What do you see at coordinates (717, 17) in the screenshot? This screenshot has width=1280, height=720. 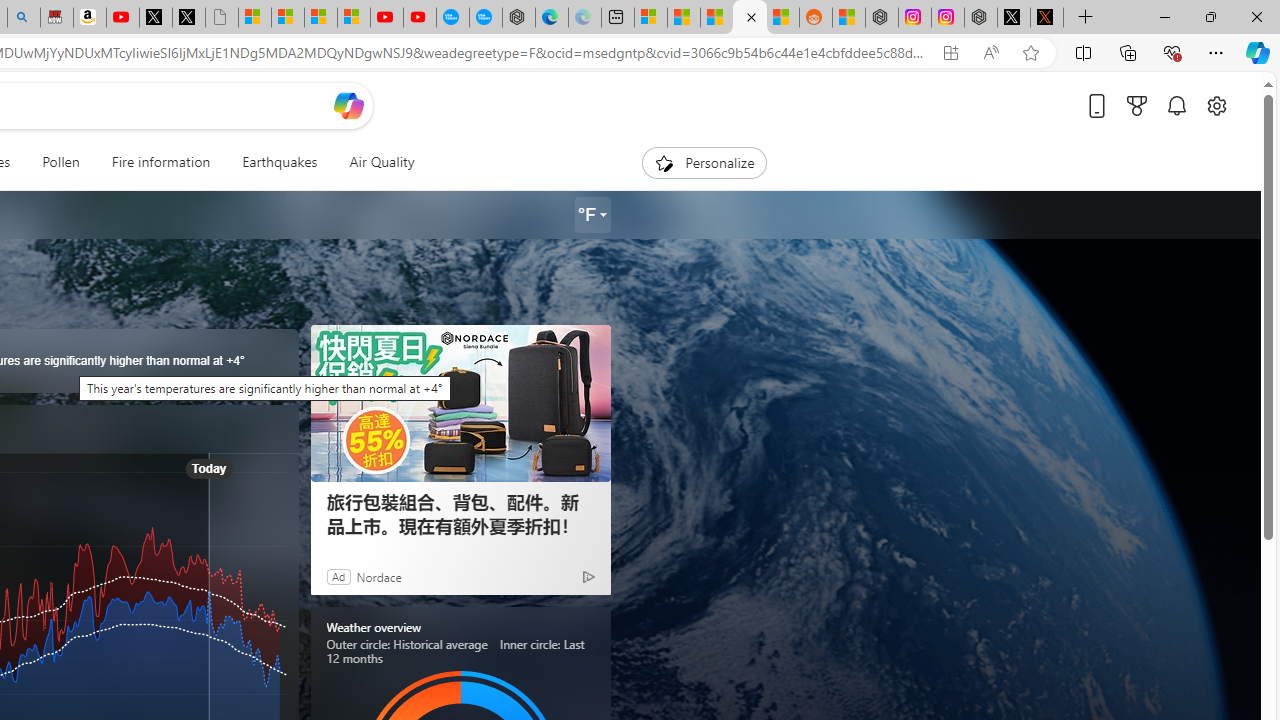 I see `'Shanghai, China hourly forecast | Microsoft Weather'` at bounding box center [717, 17].